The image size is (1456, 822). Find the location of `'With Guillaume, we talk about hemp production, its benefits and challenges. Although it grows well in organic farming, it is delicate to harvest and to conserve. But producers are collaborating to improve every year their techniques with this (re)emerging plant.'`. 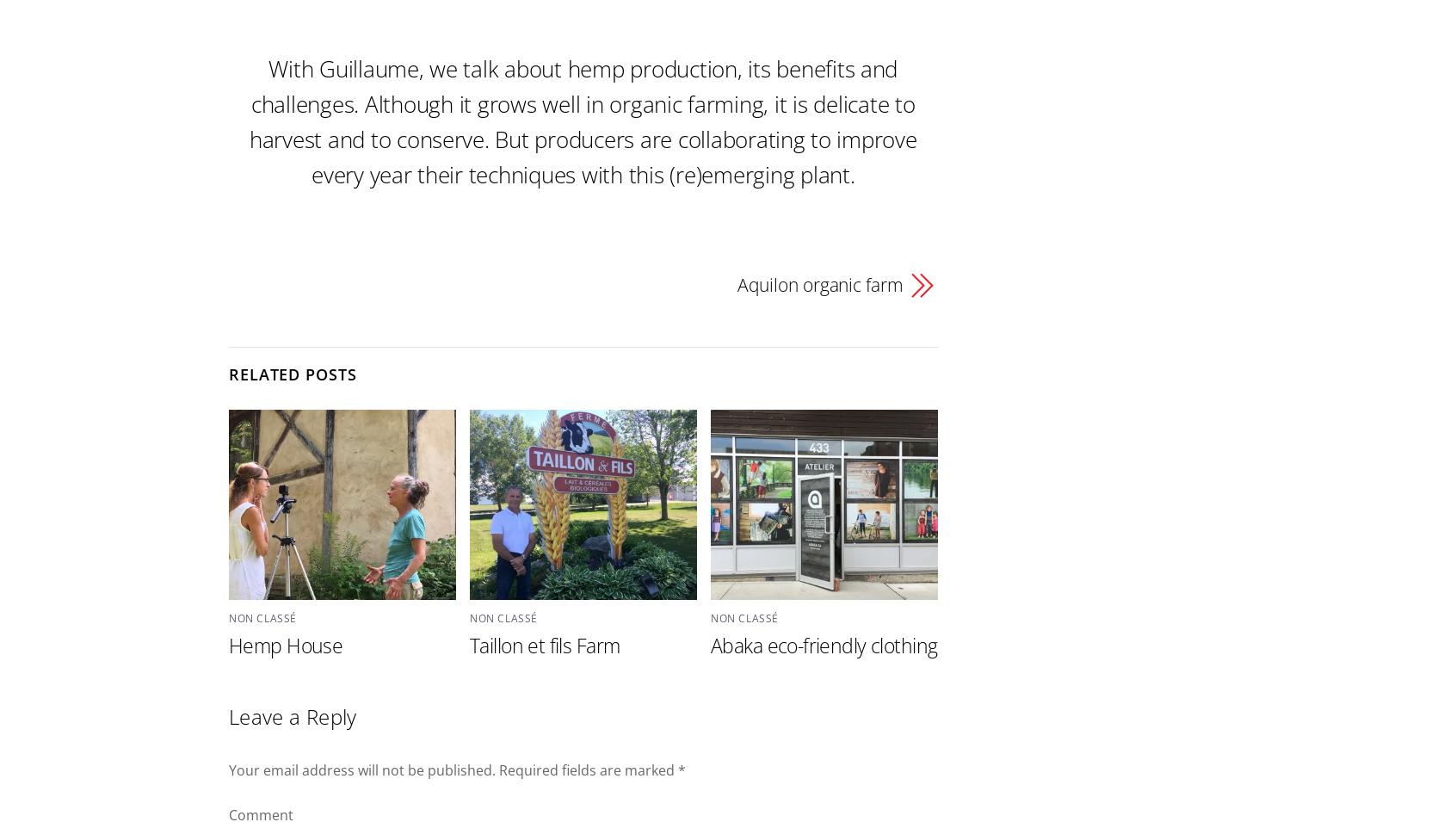

'With Guillaume, we talk about hemp production, its benefits and challenges. Although it grows well in organic farming, it is delicate to harvest and to conserve. But producers are collaborating to improve every year their techniques with this (re)emerging plant.' is located at coordinates (582, 120).